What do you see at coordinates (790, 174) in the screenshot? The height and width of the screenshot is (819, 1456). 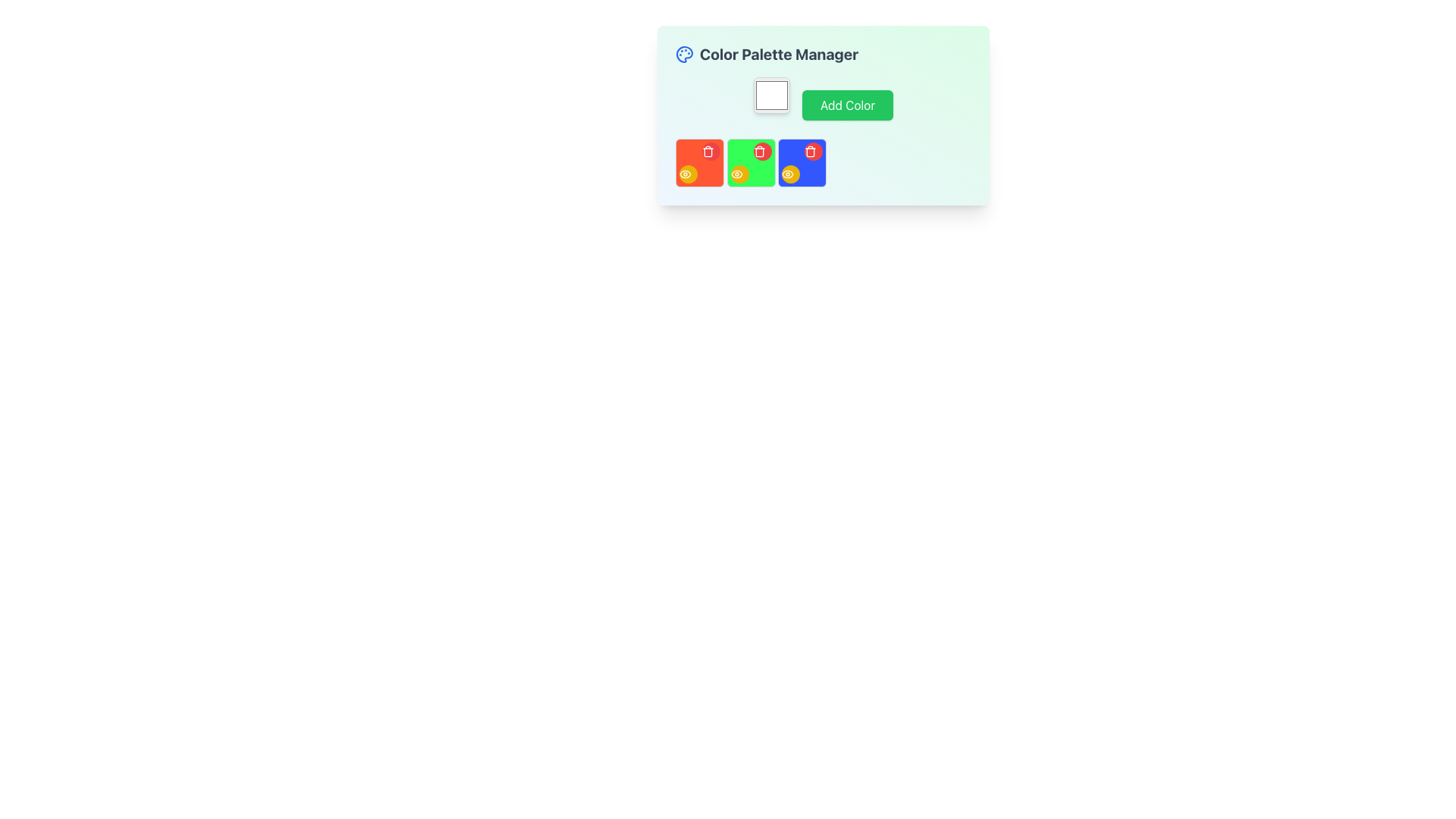 I see `the circular button with a yellow background and a white eye-shaped icon located in the bottom-left corner of the blue square card in the color palette manager interface` at bounding box center [790, 174].